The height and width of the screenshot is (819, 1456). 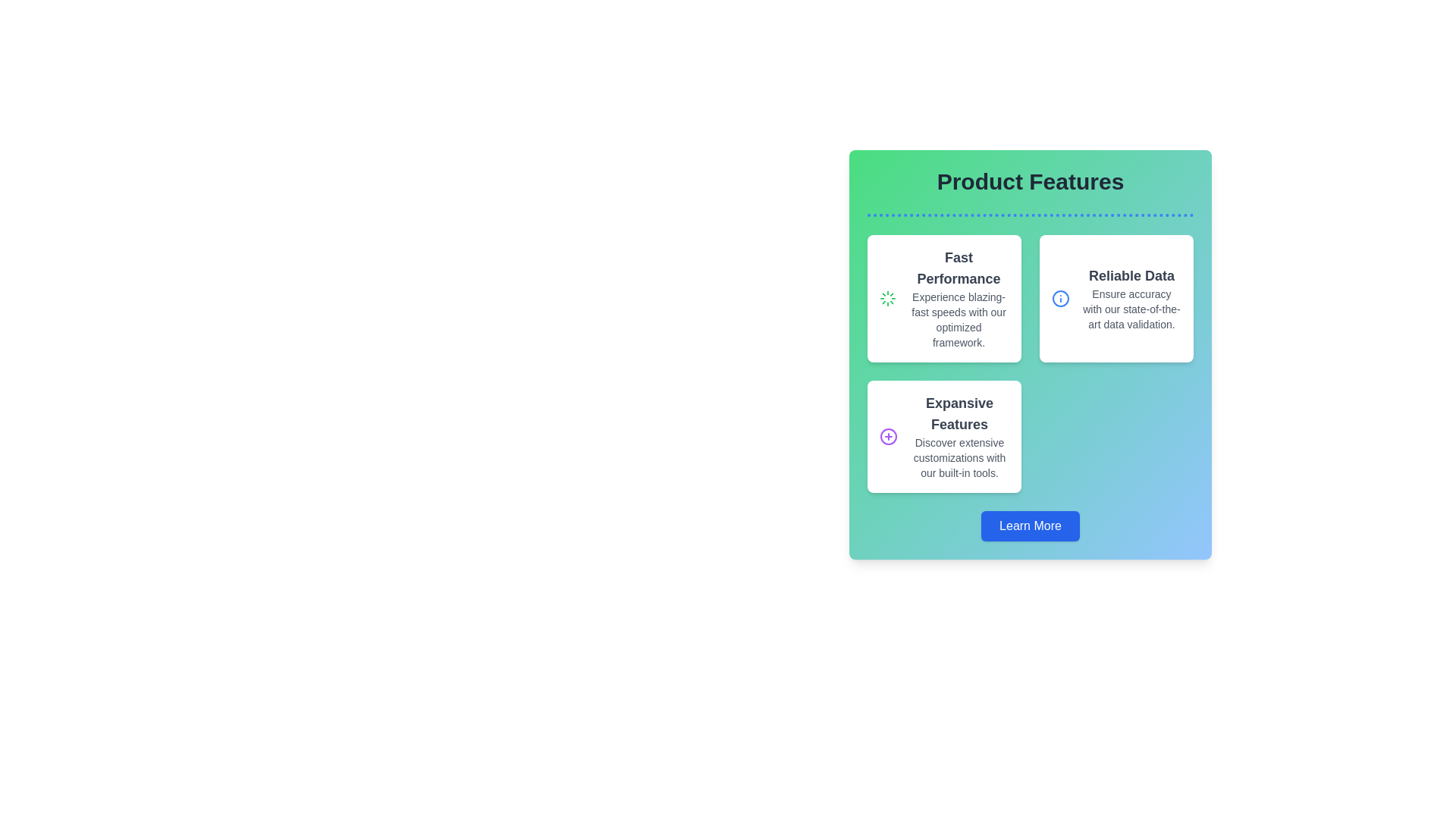 I want to click on the SVG graphic or icon that indicates performance within the 'Fast Performance' feature, located to the left side of the 'Fast Performance' card, so click(x=888, y=298).